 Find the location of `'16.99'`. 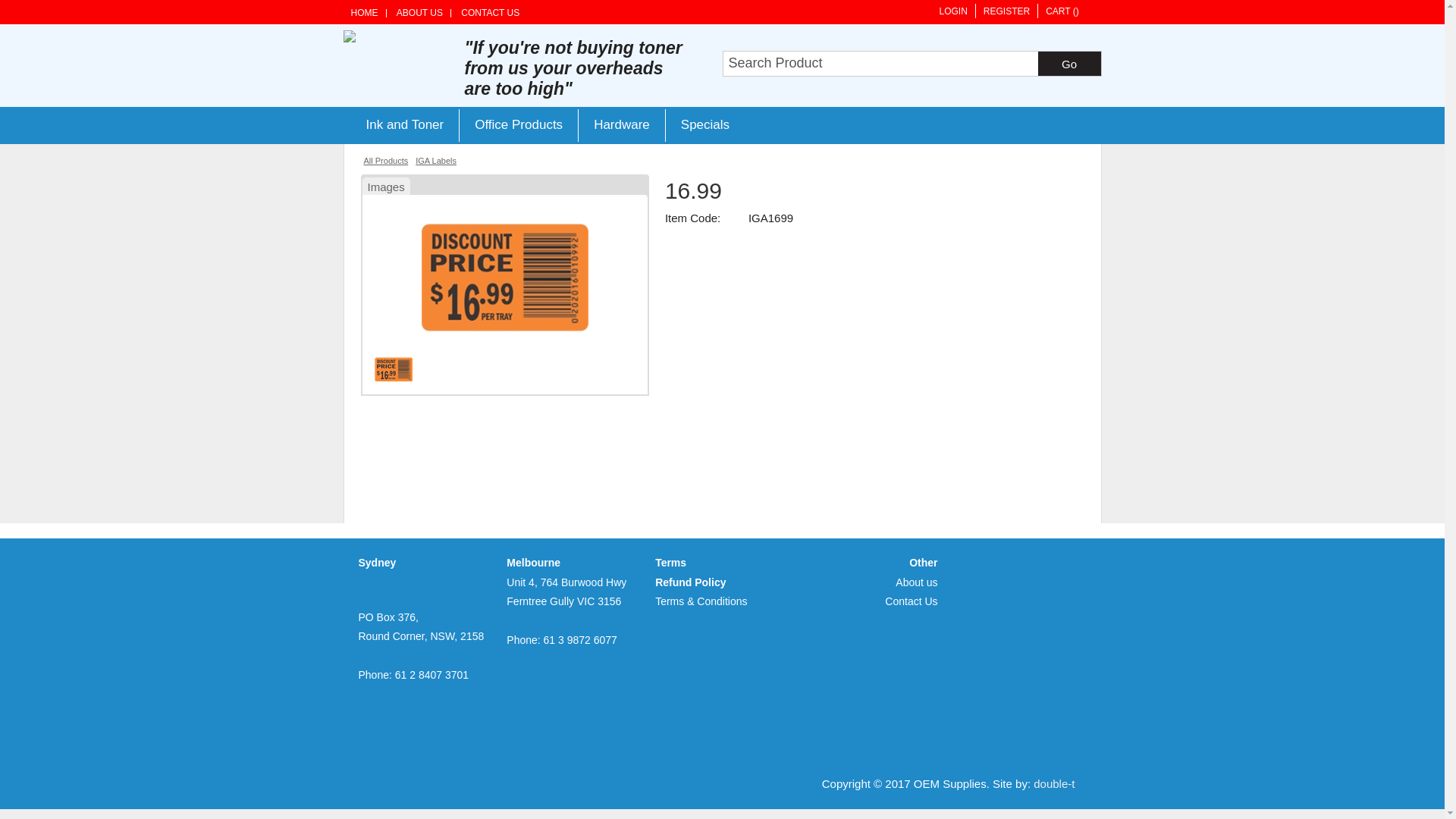

'16.99' is located at coordinates (505, 325).